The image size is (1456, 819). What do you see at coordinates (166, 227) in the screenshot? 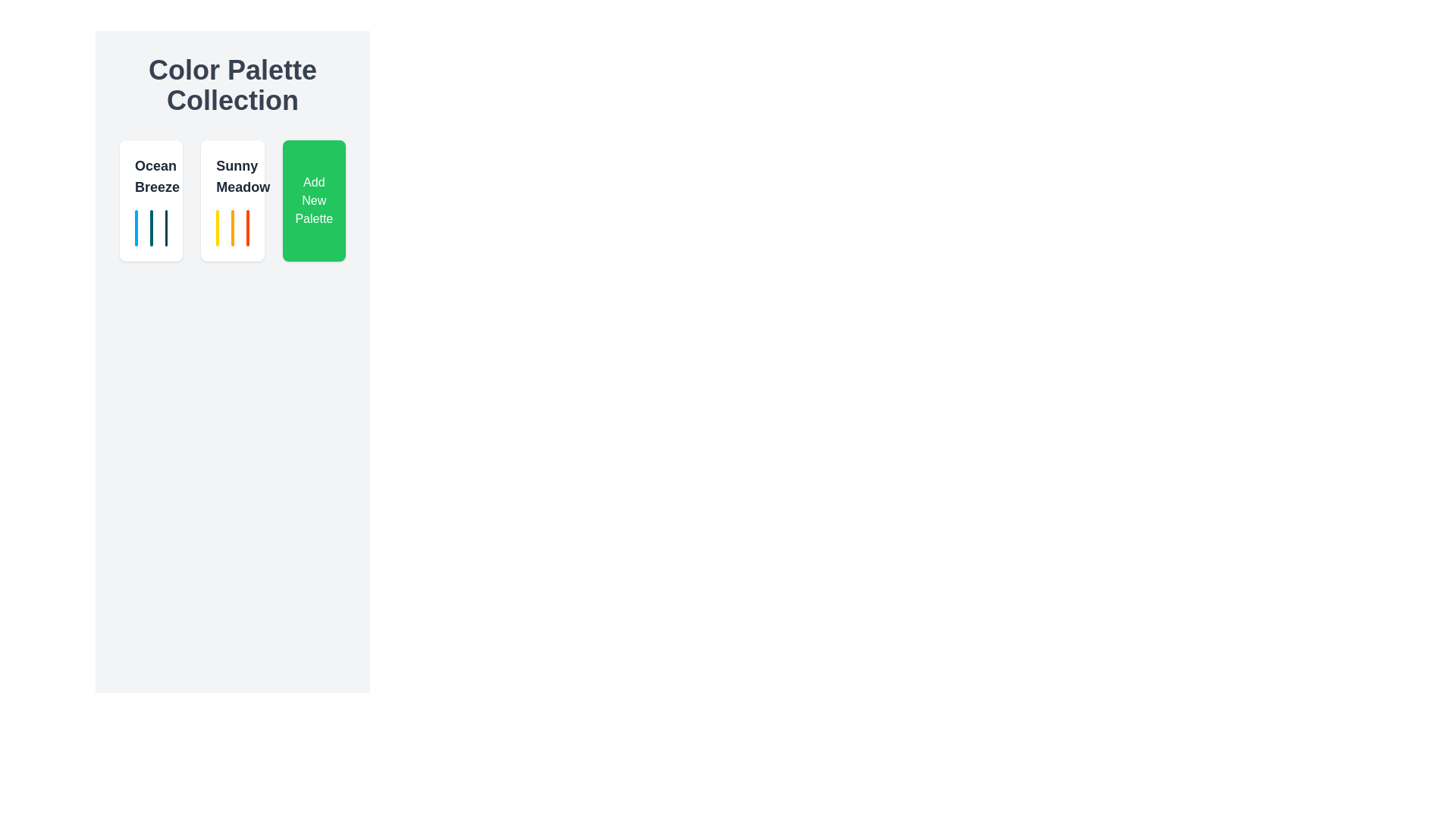
I see `the decorative graphical element that is the third and last in a group of three elements below the 'Sunny Meadow' palette` at bounding box center [166, 227].